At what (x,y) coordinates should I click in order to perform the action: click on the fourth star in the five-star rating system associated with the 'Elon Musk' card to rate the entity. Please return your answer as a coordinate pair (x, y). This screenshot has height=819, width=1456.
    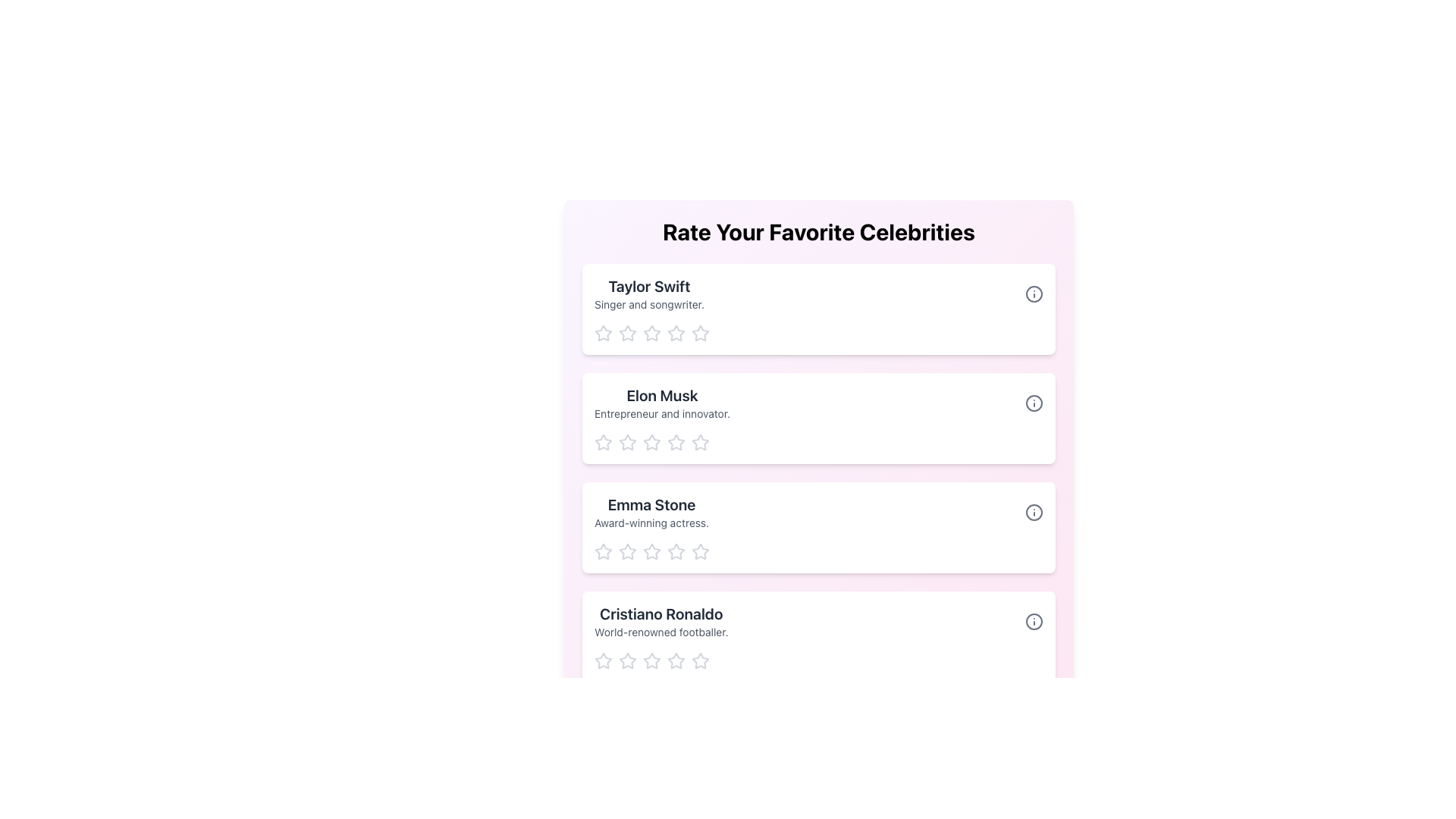
    Looking at the image, I should click on (676, 442).